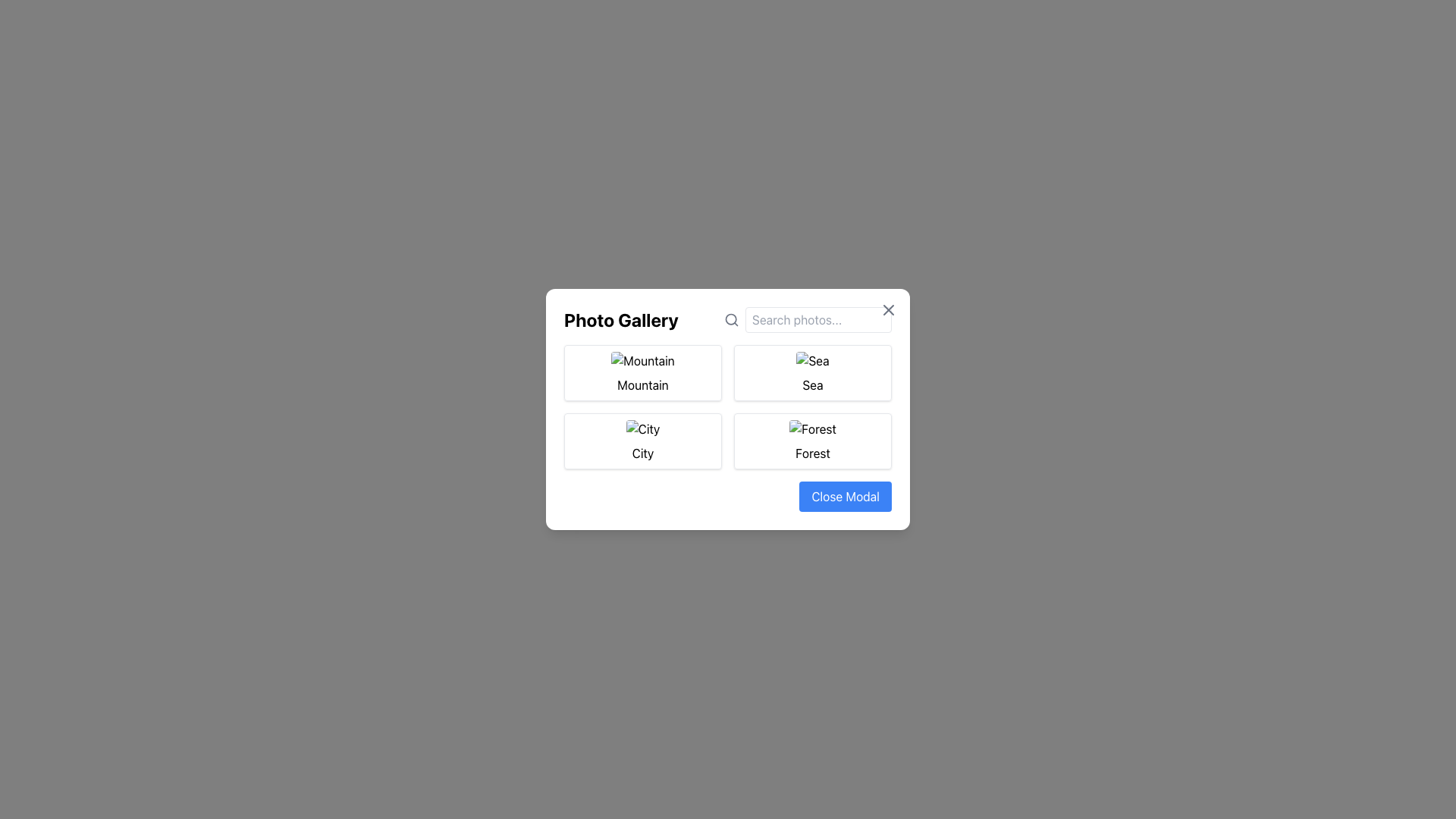 Image resolution: width=1456 pixels, height=819 pixels. I want to click on the Text label that describes the thumbnail image located in the second row, first column of the 'Photo Gallery' dialog box, so click(643, 452).